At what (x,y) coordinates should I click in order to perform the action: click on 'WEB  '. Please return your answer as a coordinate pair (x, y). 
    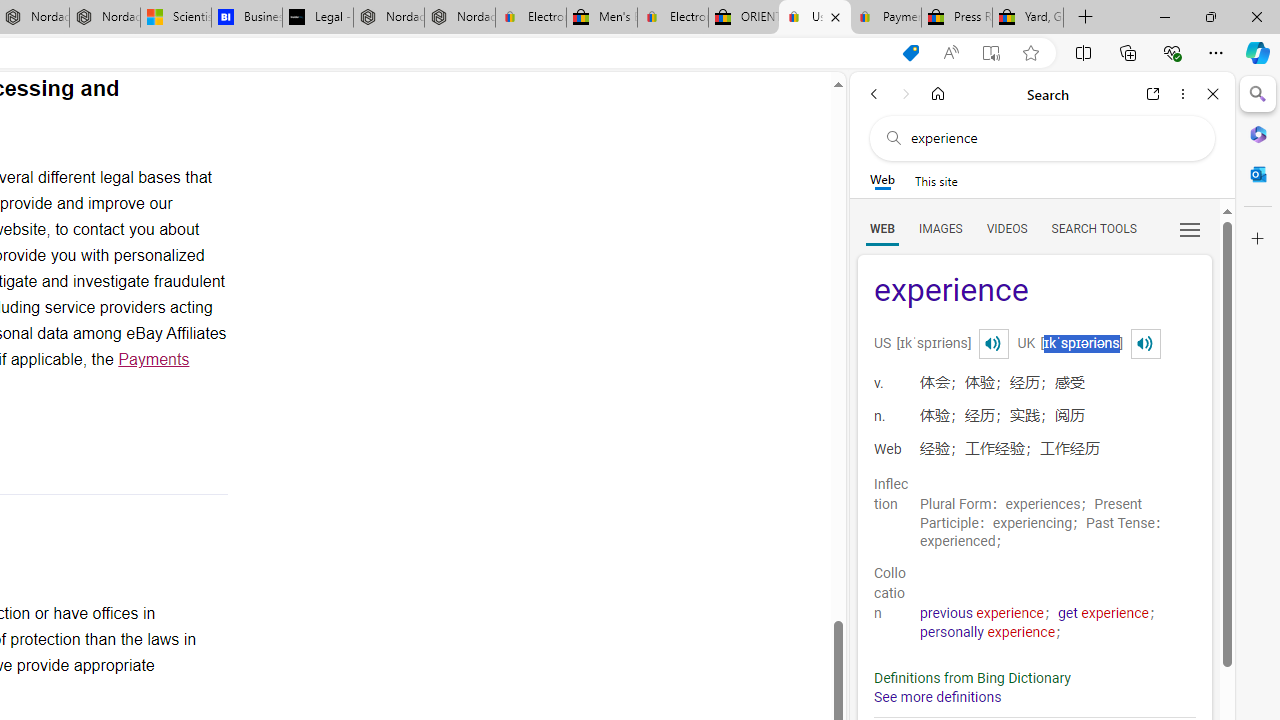
    Looking at the image, I should click on (881, 227).